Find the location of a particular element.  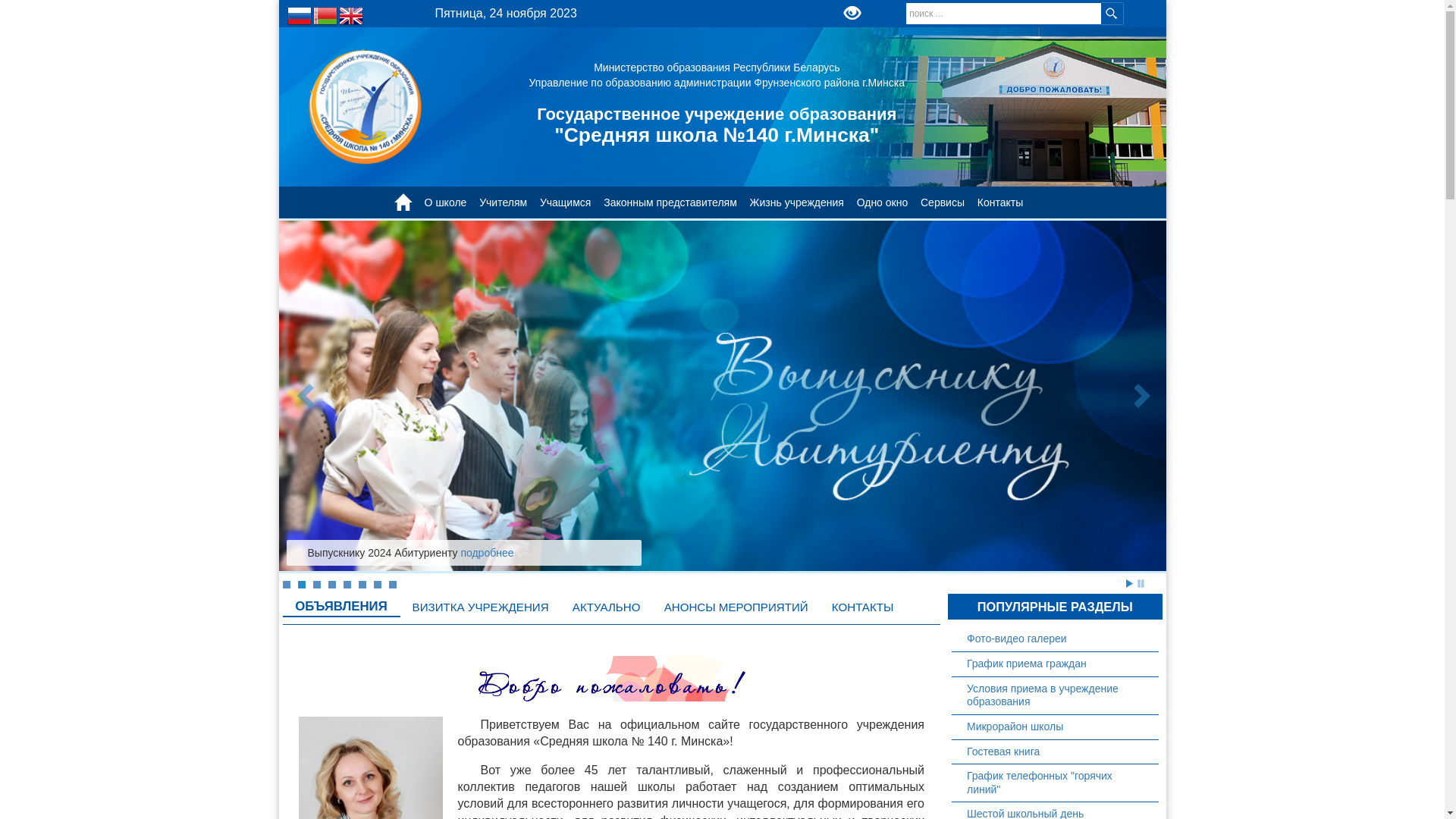

'2' is located at coordinates (301, 584).